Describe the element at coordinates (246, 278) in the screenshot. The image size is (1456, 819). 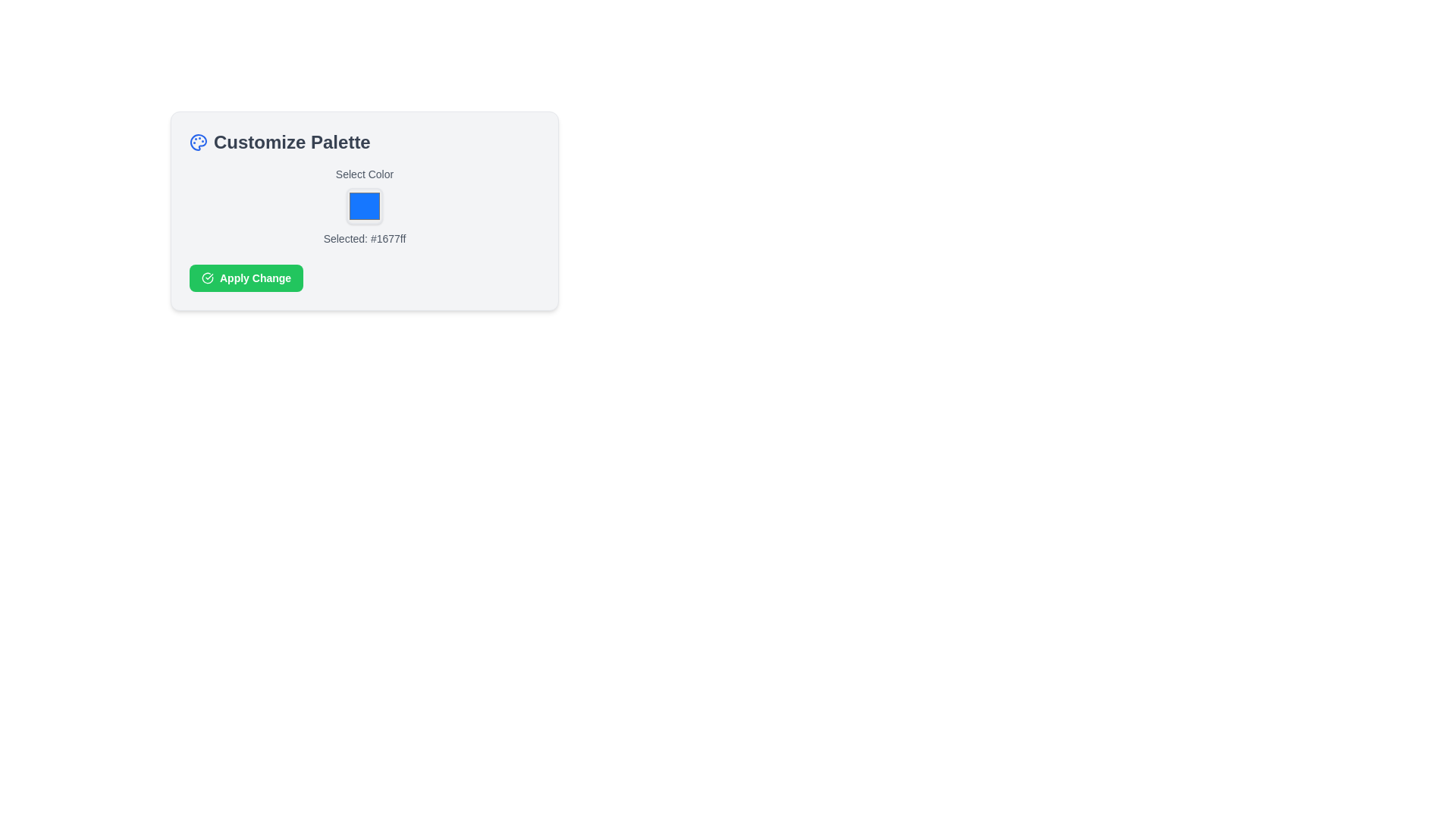
I see `the 'Apply Change' button with a green background and white text, located within the 'Customize Palette' card just below 'Selected: #1677ff'` at that location.